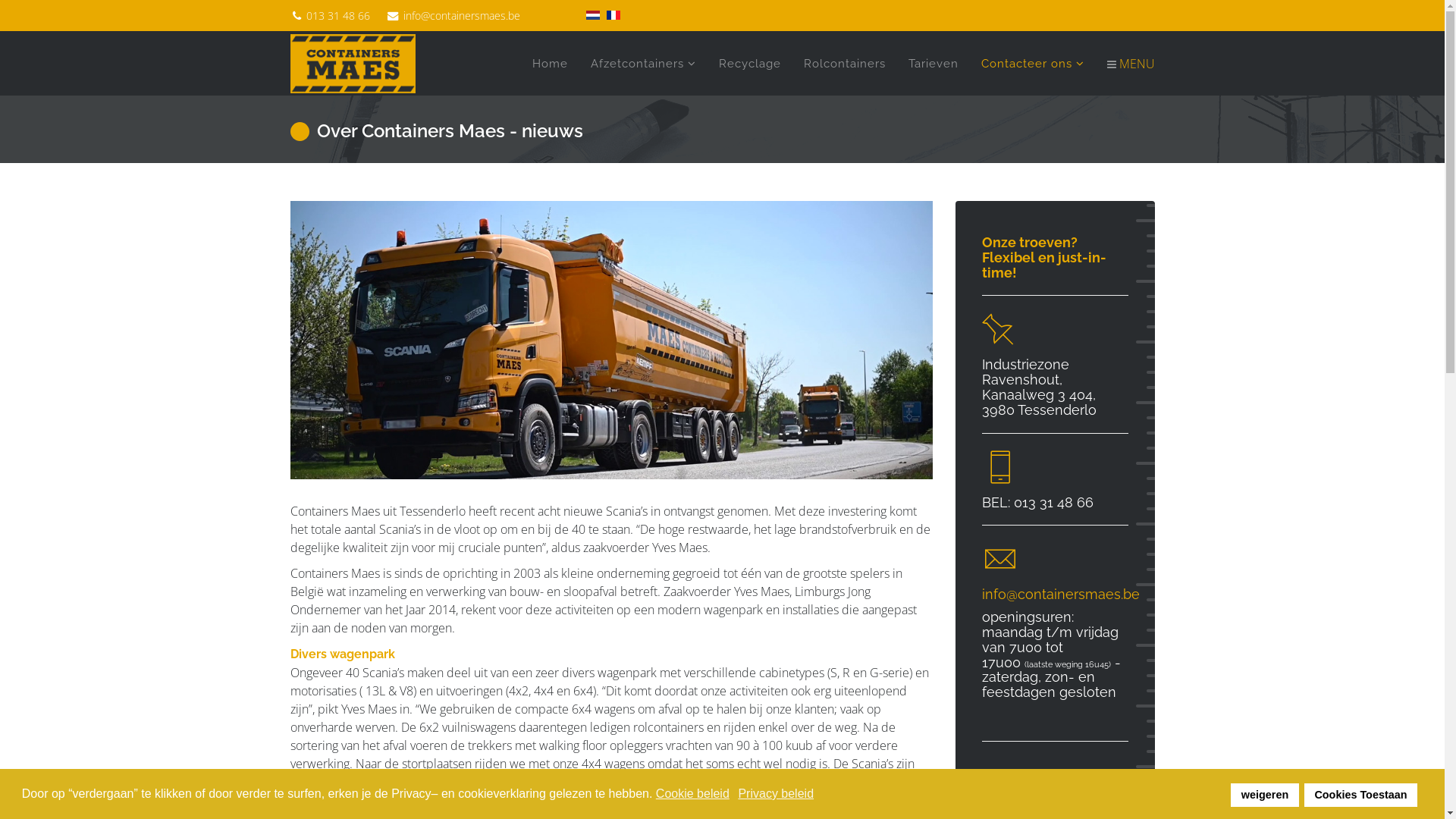  What do you see at coordinates (749, 63) in the screenshot?
I see `'Recyclage'` at bounding box center [749, 63].